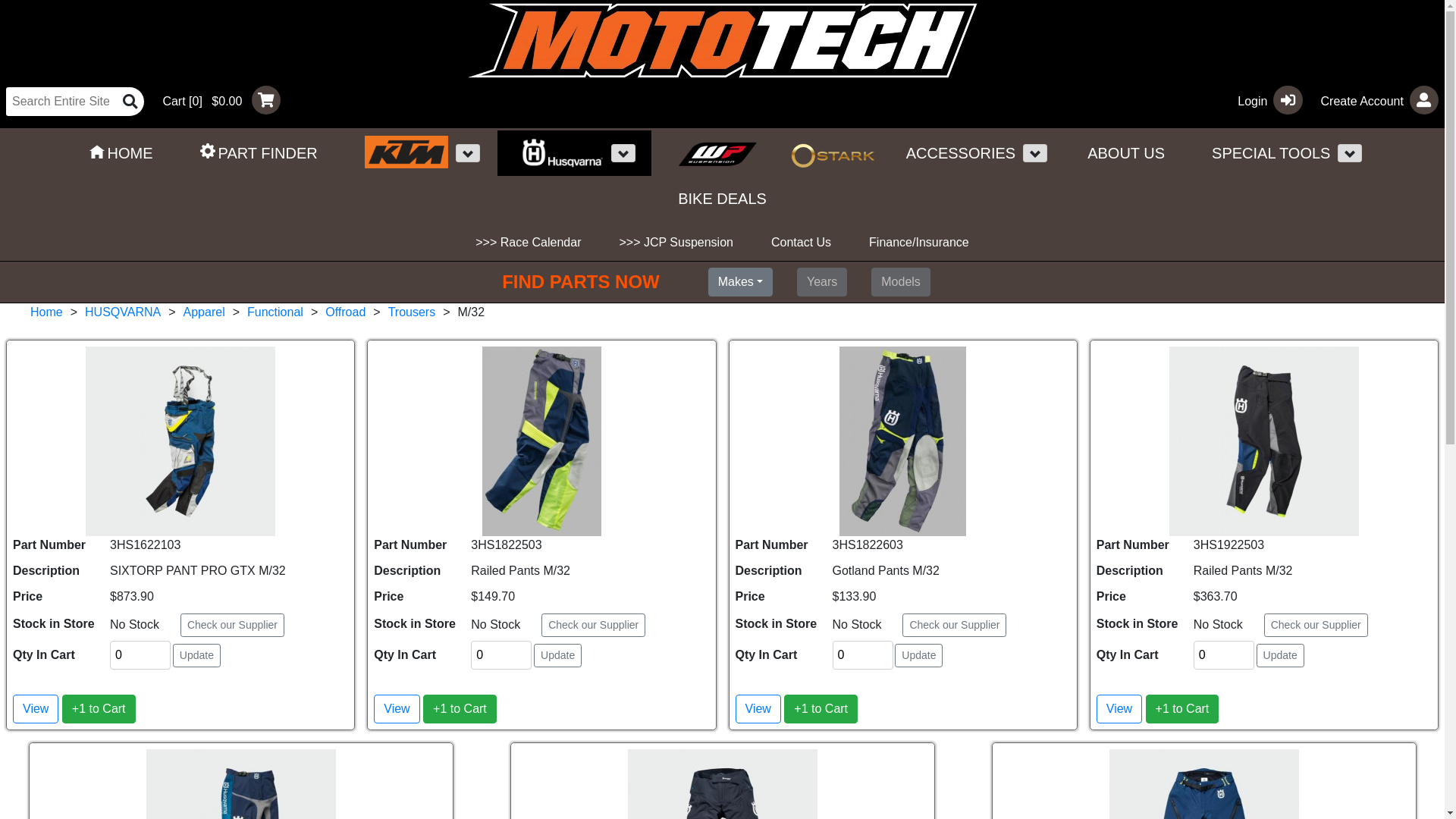 The width and height of the screenshot is (1456, 819). I want to click on 'FIND PARTS NOW', so click(502, 281).